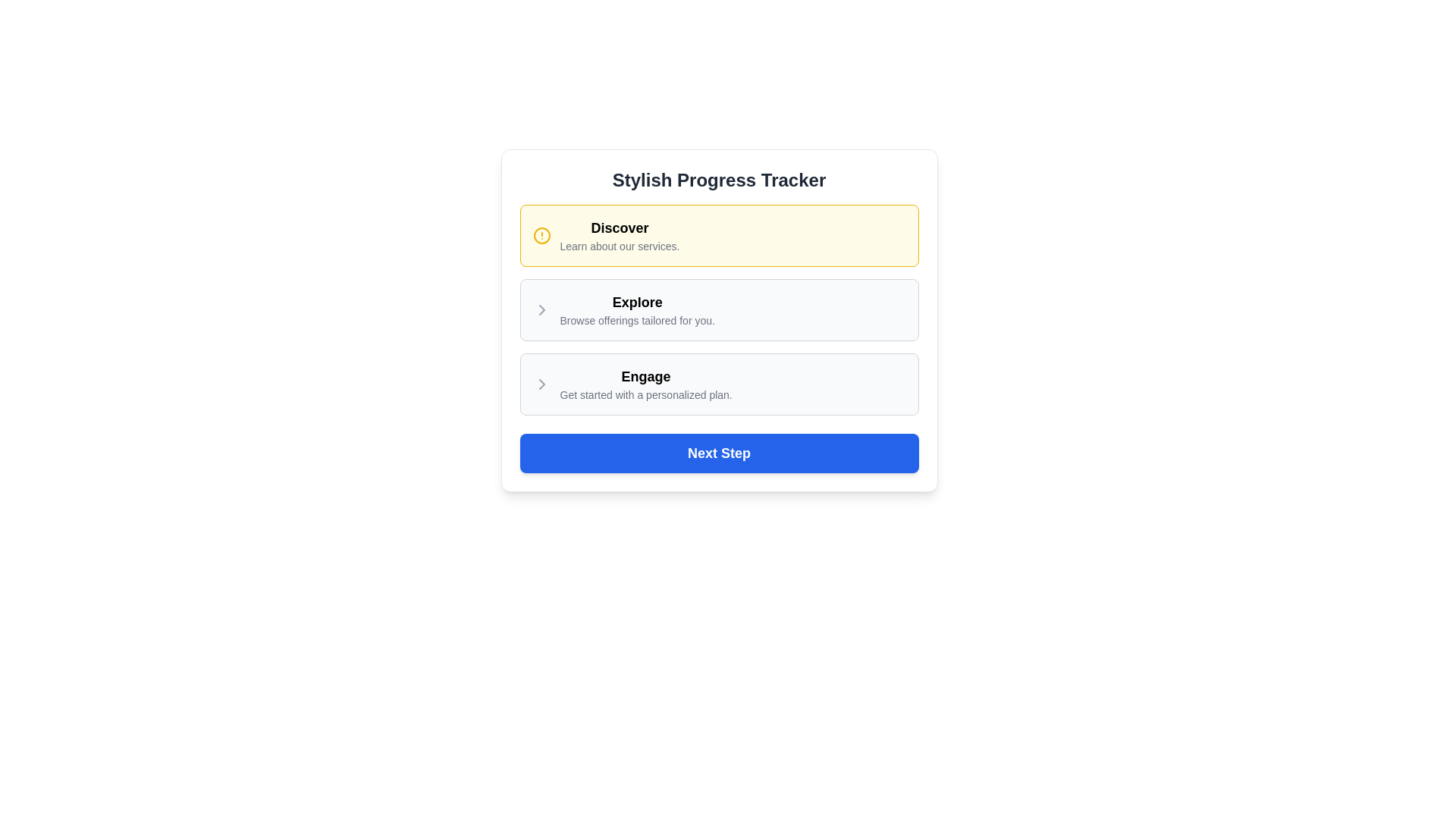 This screenshot has height=819, width=1456. I want to click on keyboard navigation, so click(646, 383).